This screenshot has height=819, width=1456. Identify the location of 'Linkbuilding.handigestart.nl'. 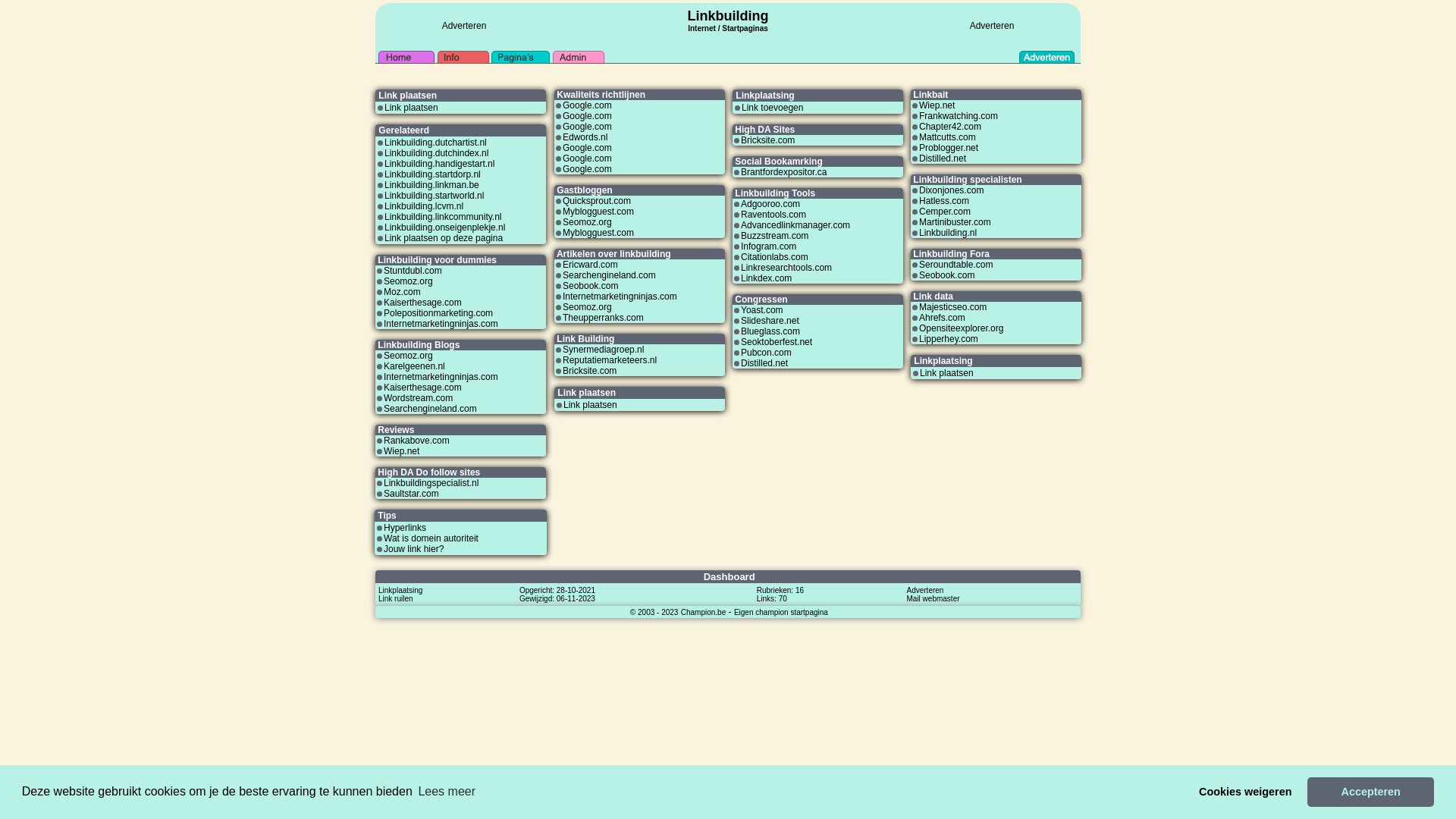
(438, 164).